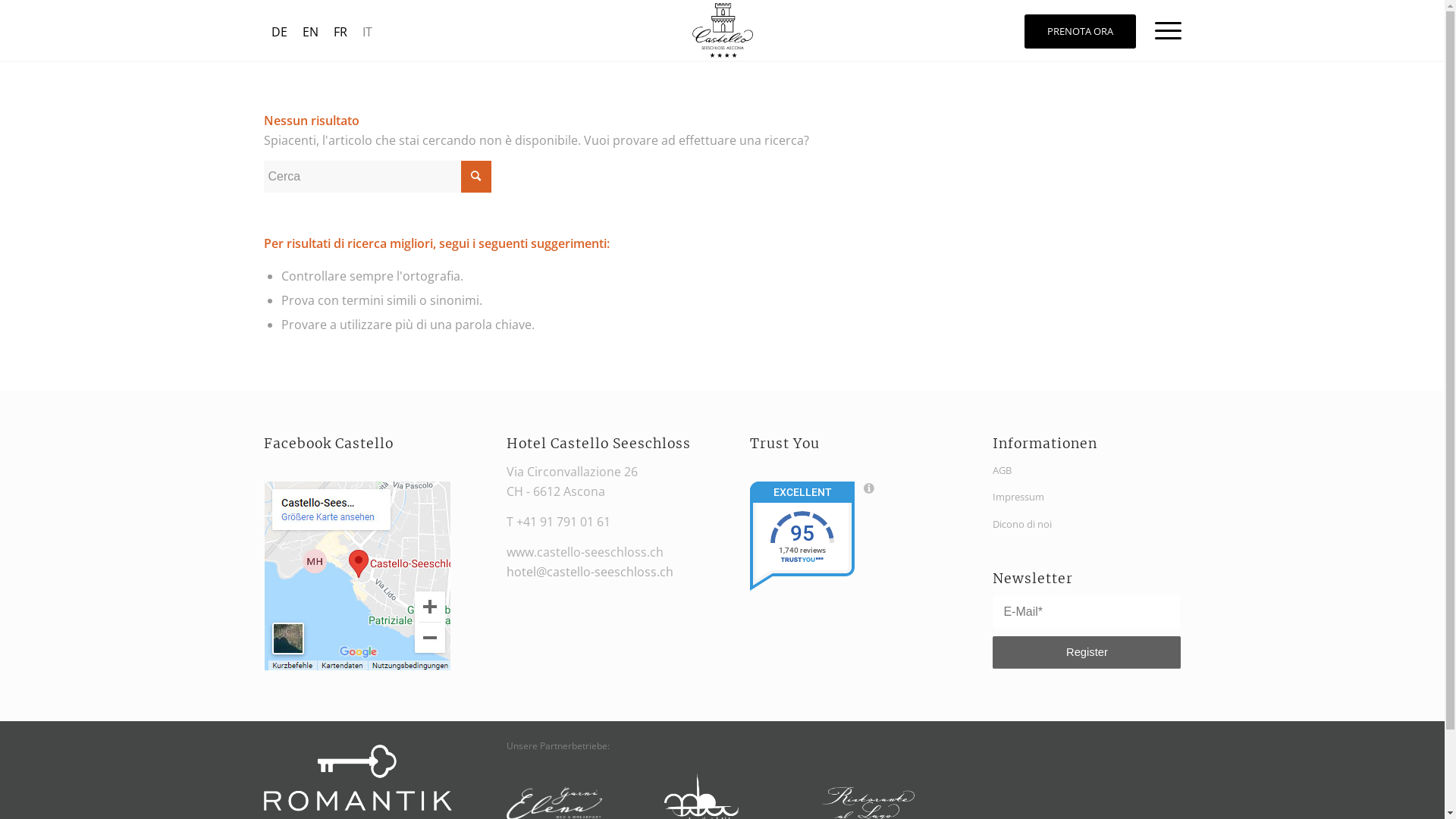  What do you see at coordinates (340, 31) in the screenshot?
I see `'FR'` at bounding box center [340, 31].